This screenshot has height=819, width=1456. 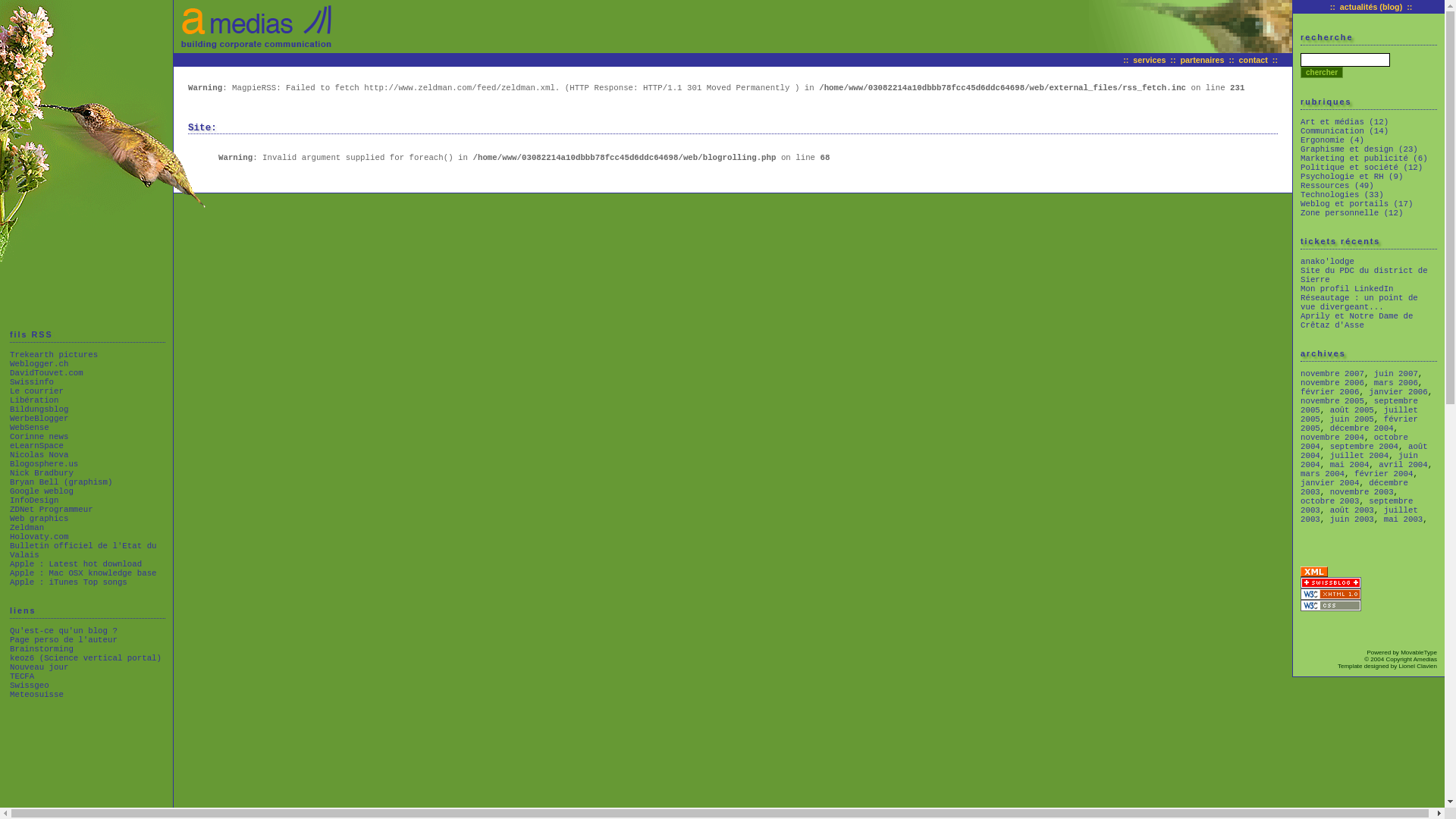 I want to click on 'services', so click(x=1149, y=58).